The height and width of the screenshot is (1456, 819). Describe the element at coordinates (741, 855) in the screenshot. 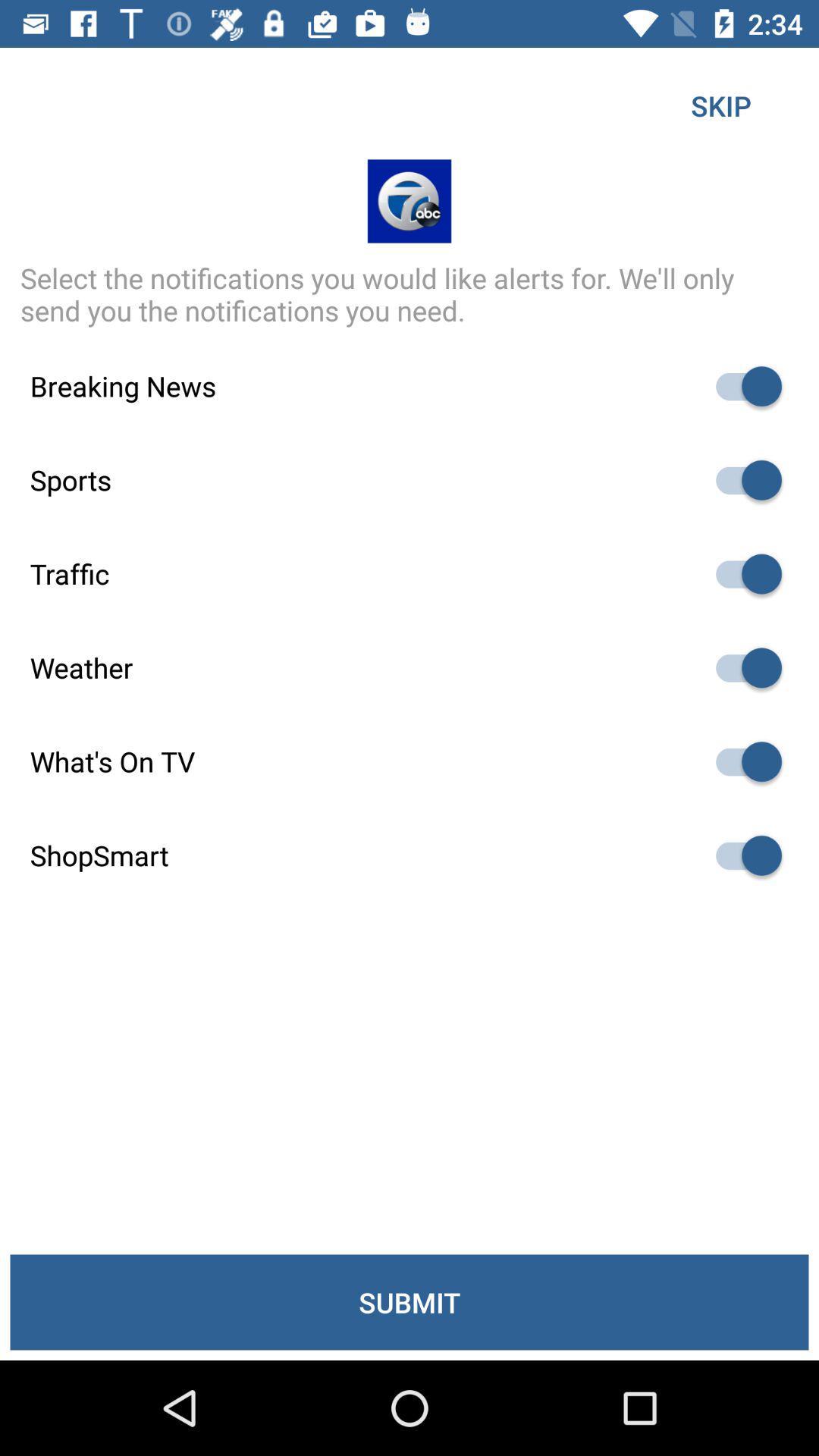

I see `on or off` at that location.